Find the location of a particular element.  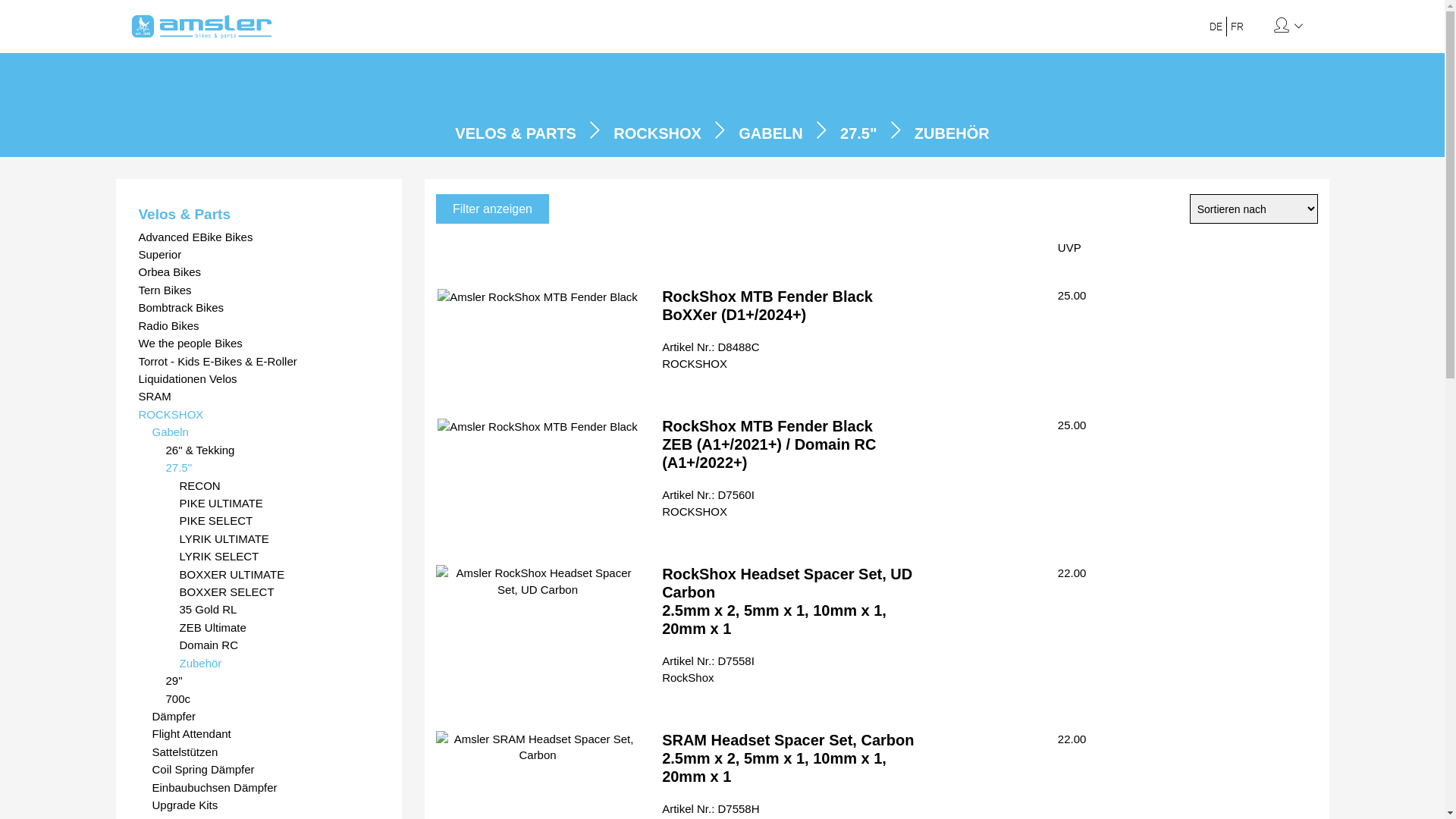

'ROCKSHOX' is located at coordinates (258, 414).